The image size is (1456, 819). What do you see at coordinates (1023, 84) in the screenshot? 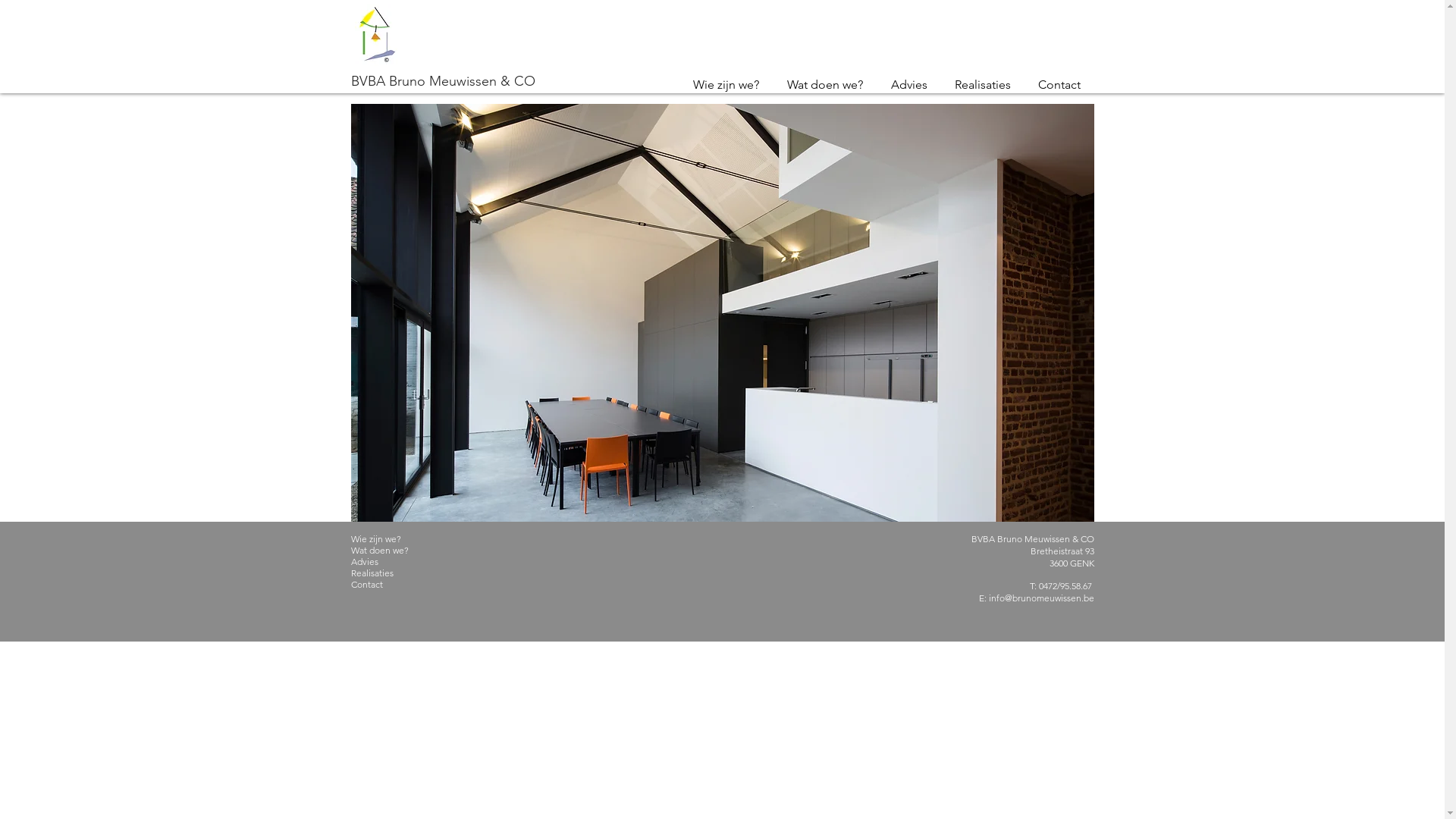
I see `'Contact'` at bounding box center [1023, 84].